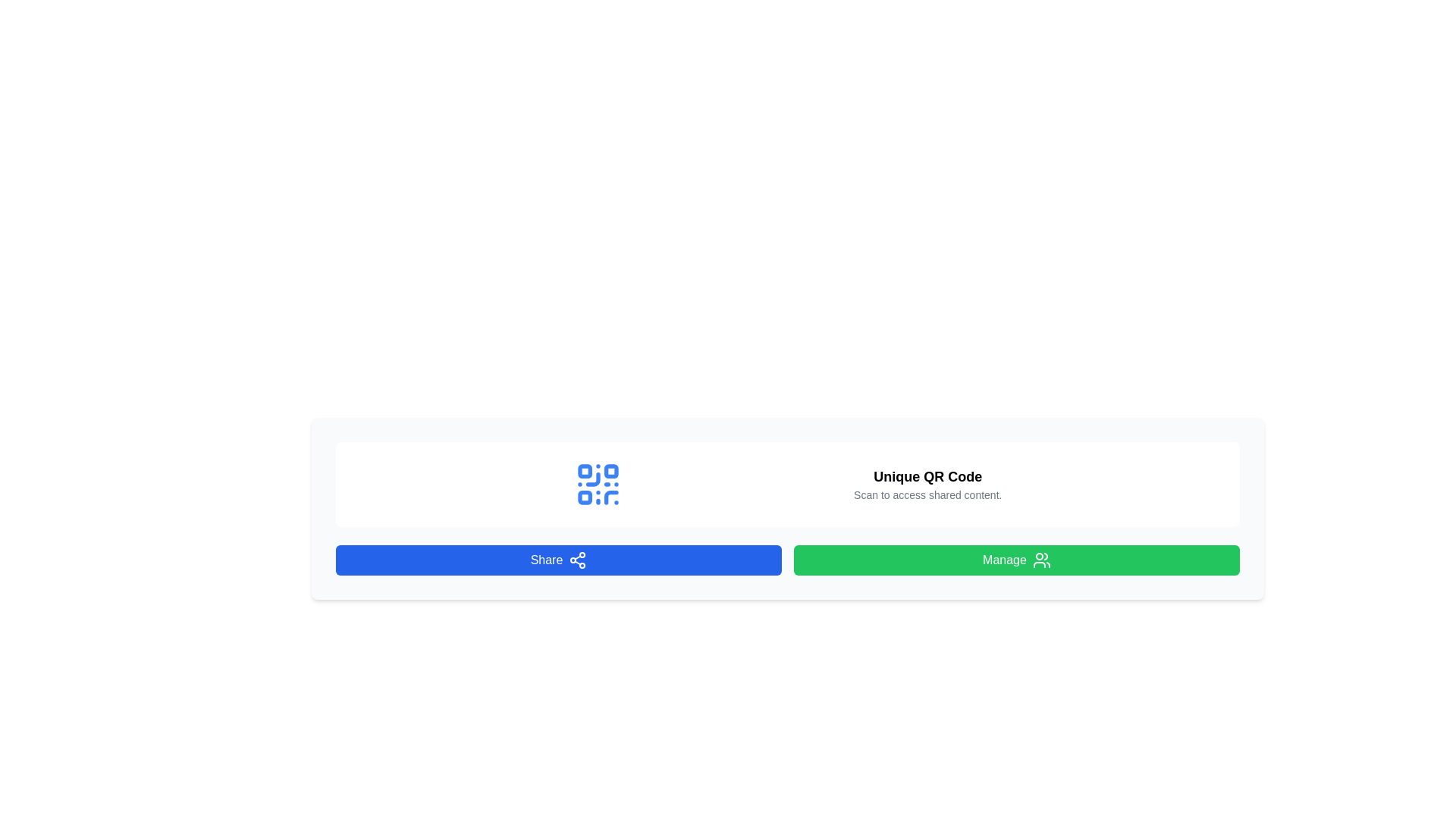 The height and width of the screenshot is (819, 1456). Describe the element at coordinates (597, 485) in the screenshot. I see `the blue QR code icon, which is the leftmost element in a group that includes descriptive text and buttons below it, located slightly towards the top of the interface` at that location.